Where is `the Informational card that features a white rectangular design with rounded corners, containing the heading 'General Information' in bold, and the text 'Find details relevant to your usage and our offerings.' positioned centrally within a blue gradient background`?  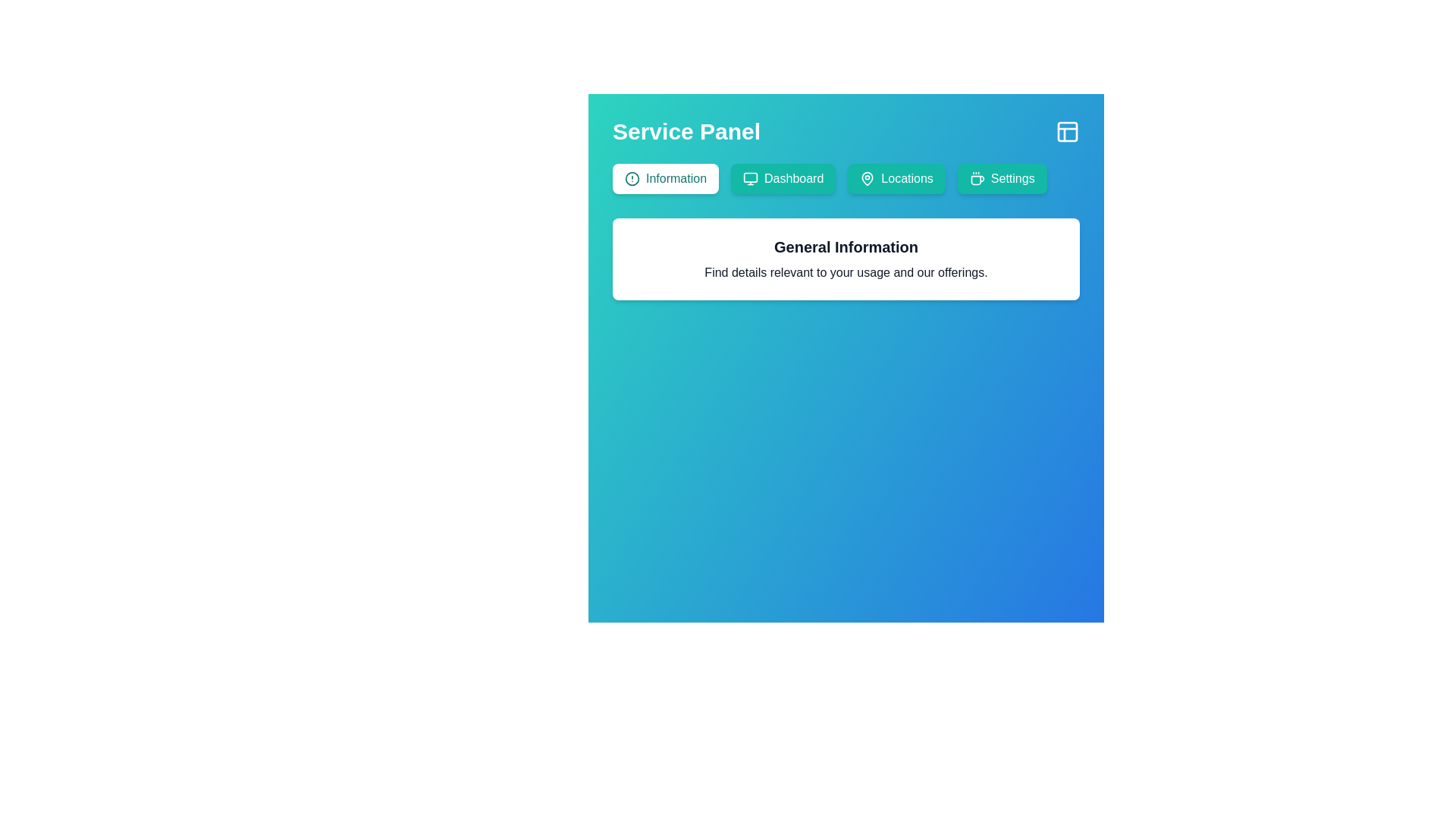 the Informational card that features a white rectangular design with rounded corners, containing the heading 'General Information' in bold, and the text 'Find details relevant to your usage and our offerings.' positioned centrally within a blue gradient background is located at coordinates (846, 259).